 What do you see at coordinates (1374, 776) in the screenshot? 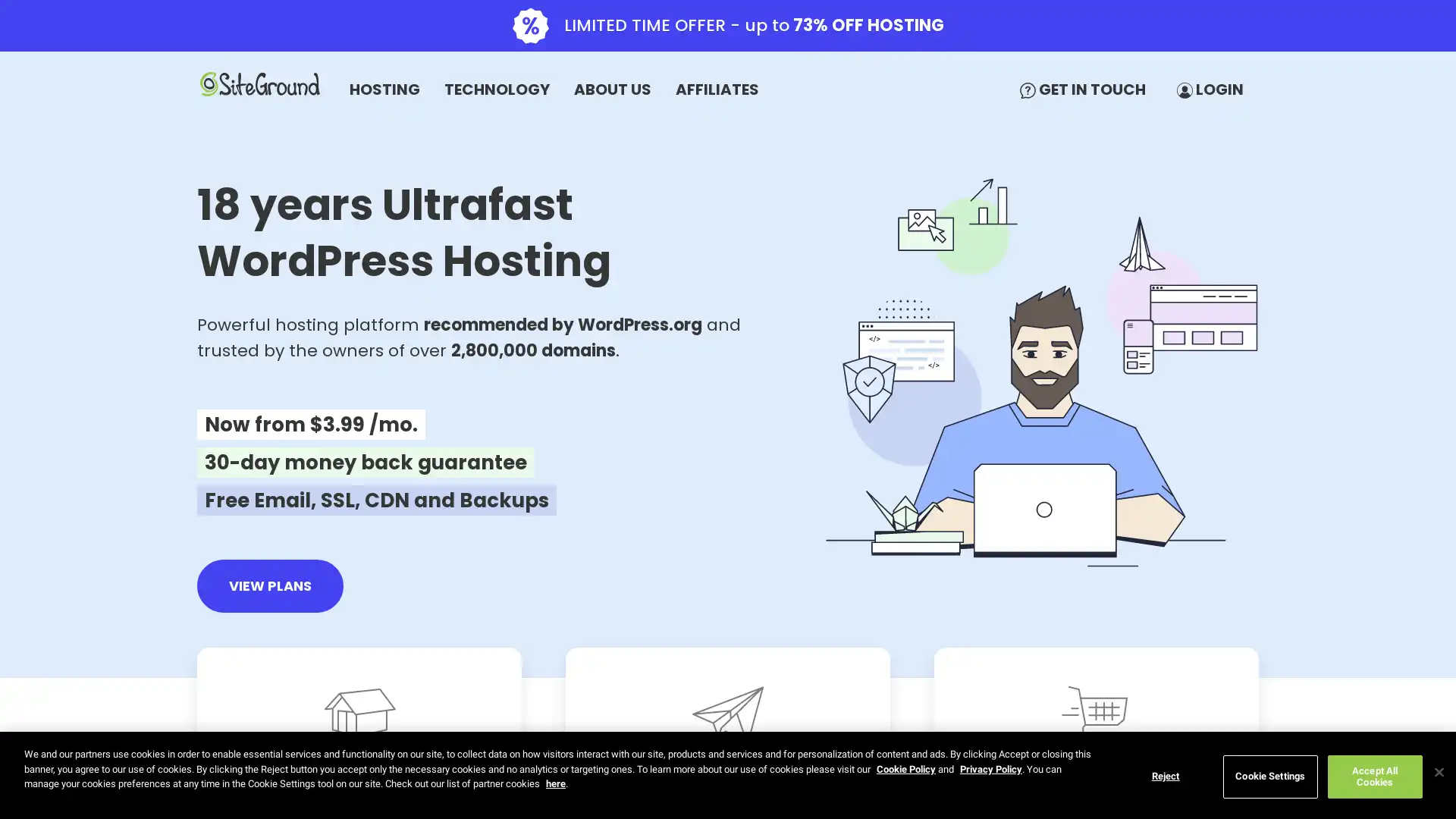
I see `Accept All Cookies` at bounding box center [1374, 776].